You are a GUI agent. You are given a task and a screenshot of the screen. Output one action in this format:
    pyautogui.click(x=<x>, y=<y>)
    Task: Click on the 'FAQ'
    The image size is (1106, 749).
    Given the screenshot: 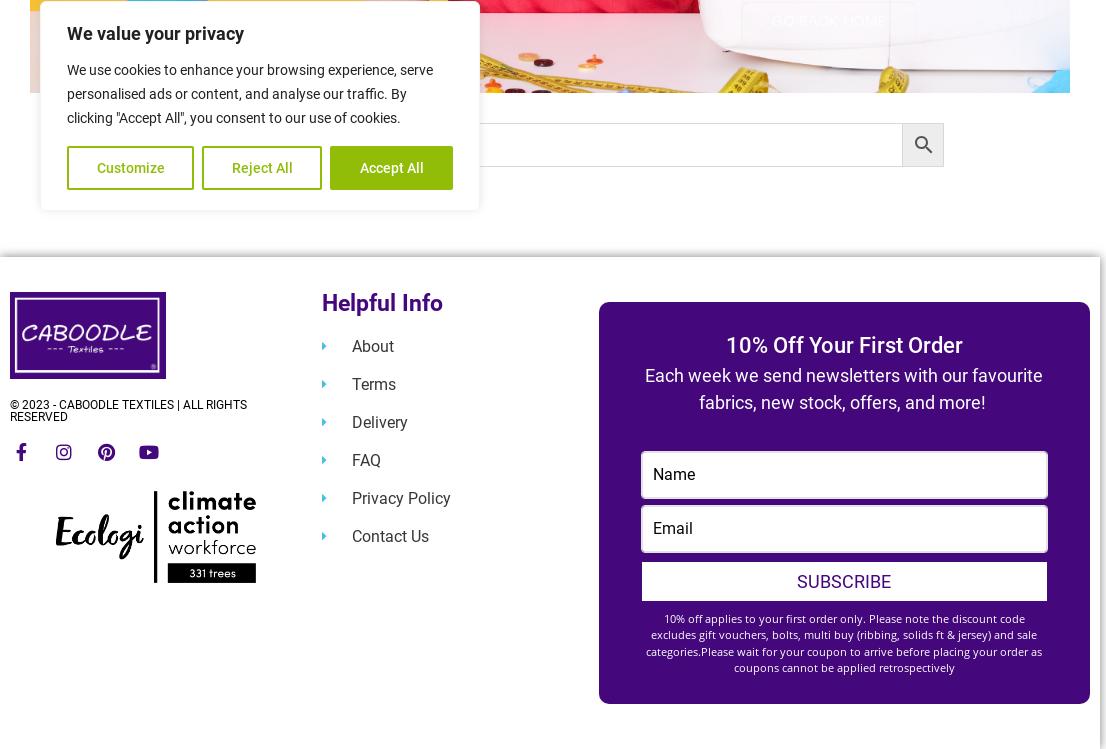 What is the action you would take?
    pyautogui.click(x=364, y=459)
    